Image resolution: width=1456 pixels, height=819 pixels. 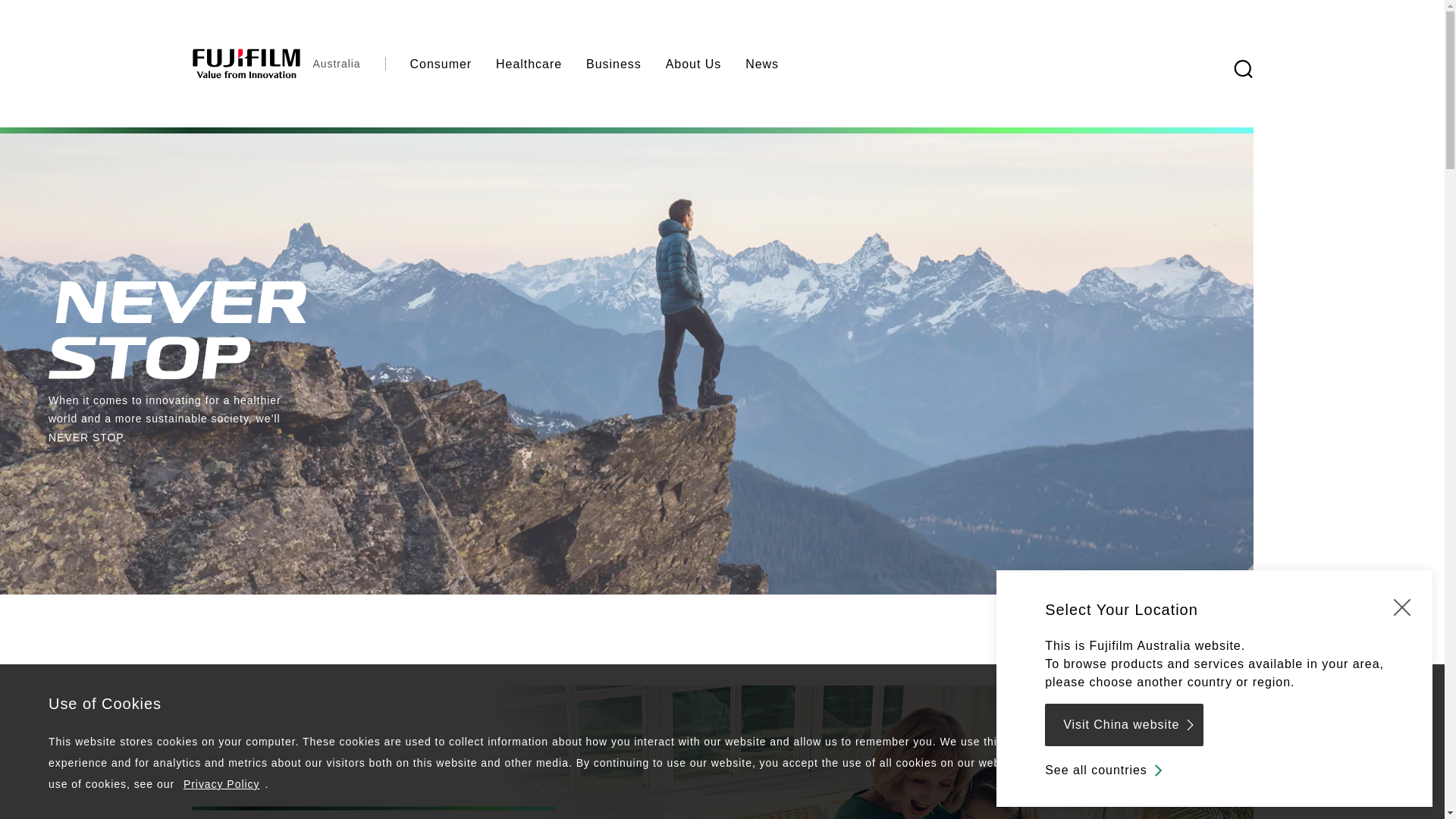 What do you see at coordinates (1105, 770) in the screenshot?
I see `'See all countries'` at bounding box center [1105, 770].